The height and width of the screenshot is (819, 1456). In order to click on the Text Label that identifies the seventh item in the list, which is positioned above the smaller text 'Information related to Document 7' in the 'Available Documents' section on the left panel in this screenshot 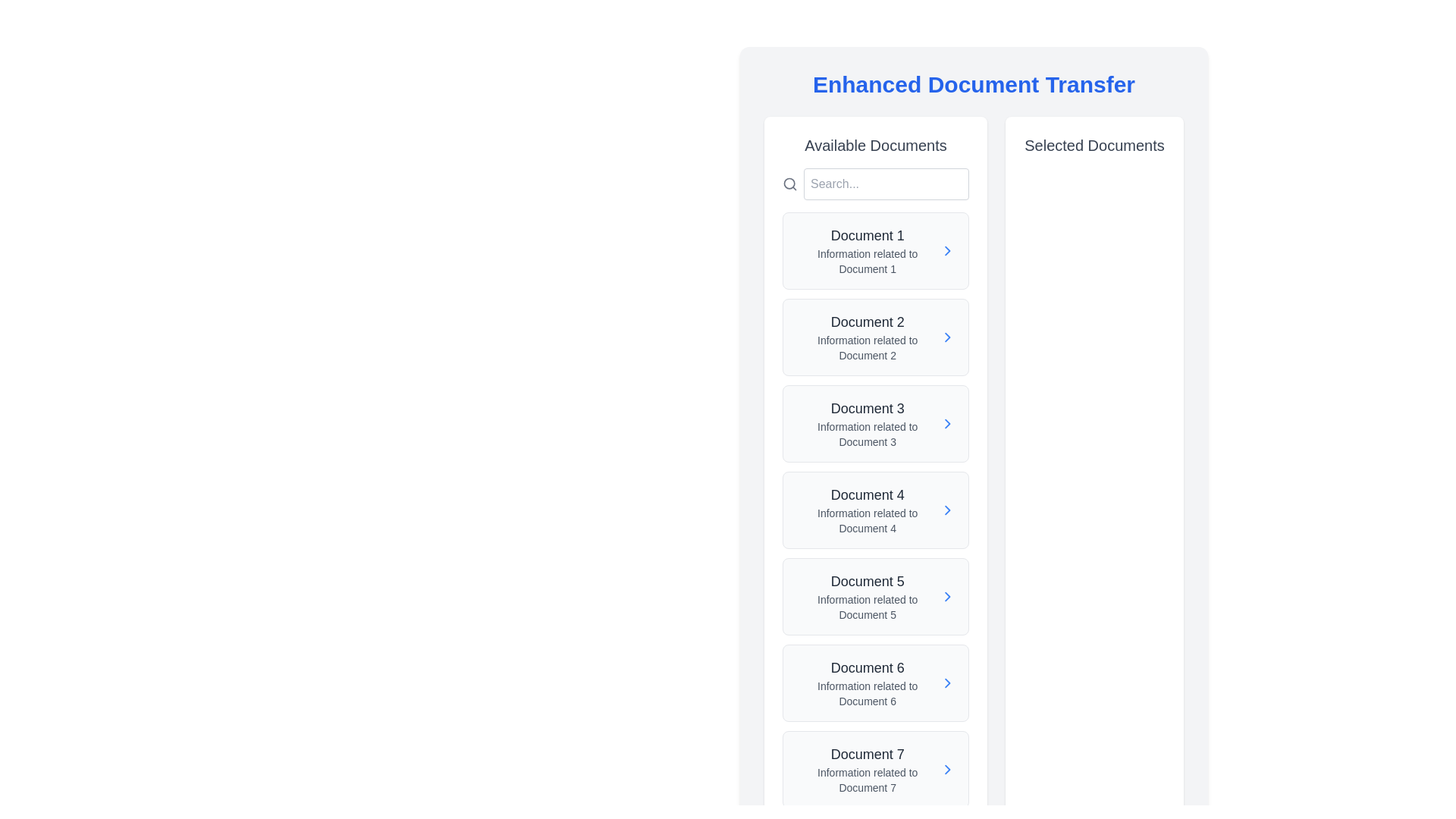, I will do `click(868, 755)`.